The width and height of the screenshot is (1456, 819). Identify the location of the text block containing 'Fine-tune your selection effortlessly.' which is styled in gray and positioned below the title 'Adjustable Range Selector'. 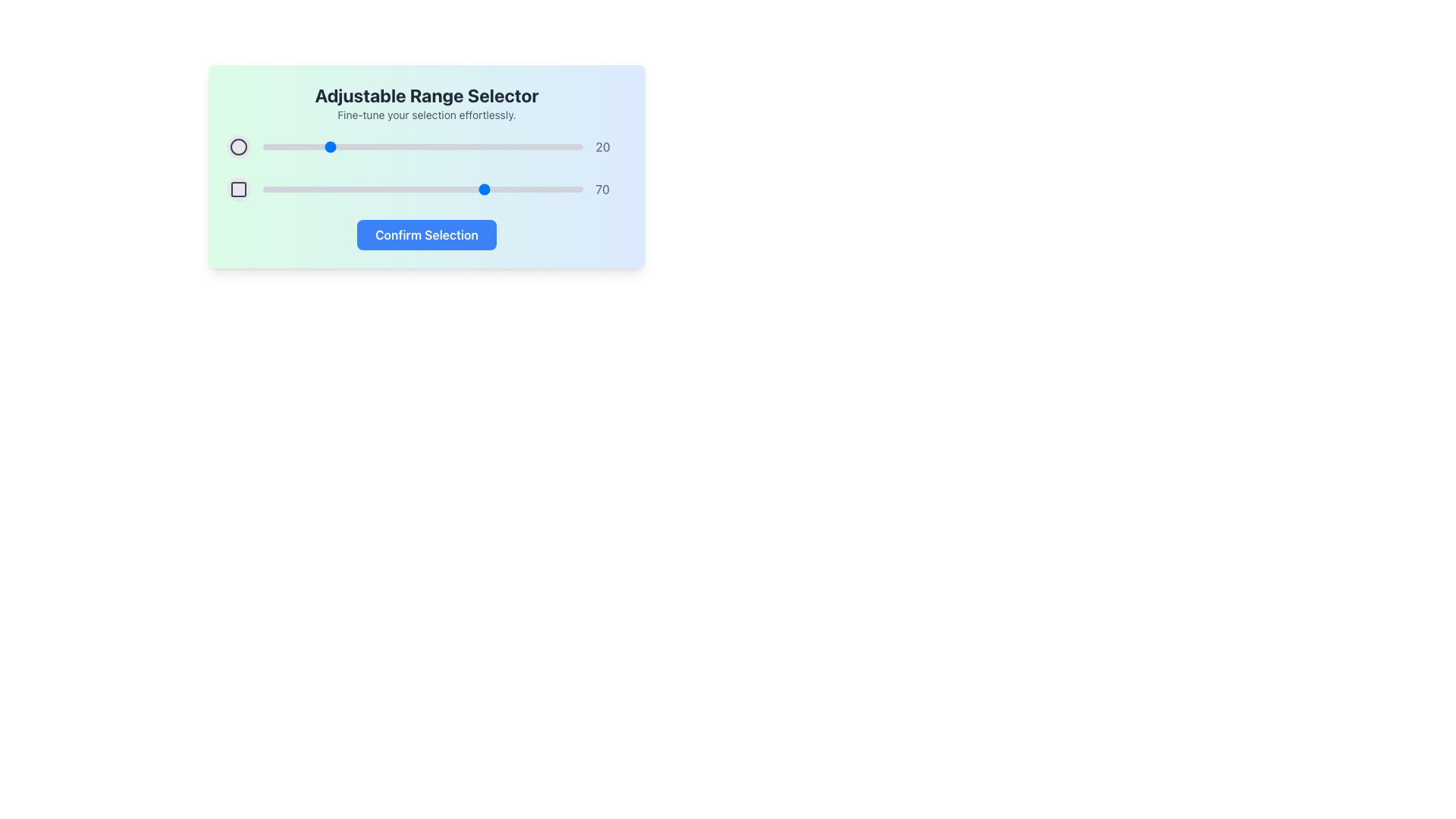
(425, 114).